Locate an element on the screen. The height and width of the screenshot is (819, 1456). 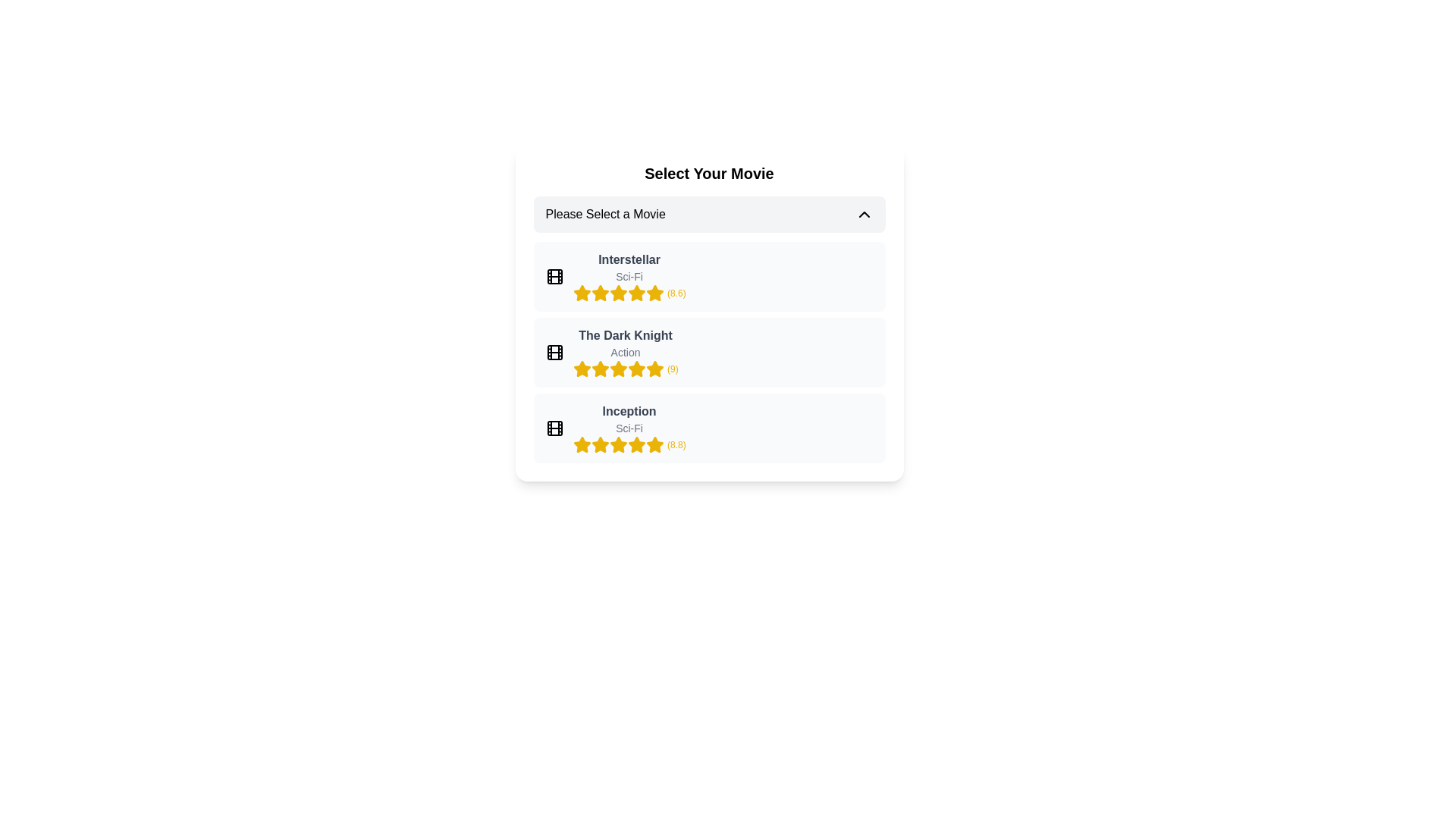
the title text of the movie 'Inception', which is a static display element located in the third movie entry of the dropdown list is located at coordinates (629, 412).